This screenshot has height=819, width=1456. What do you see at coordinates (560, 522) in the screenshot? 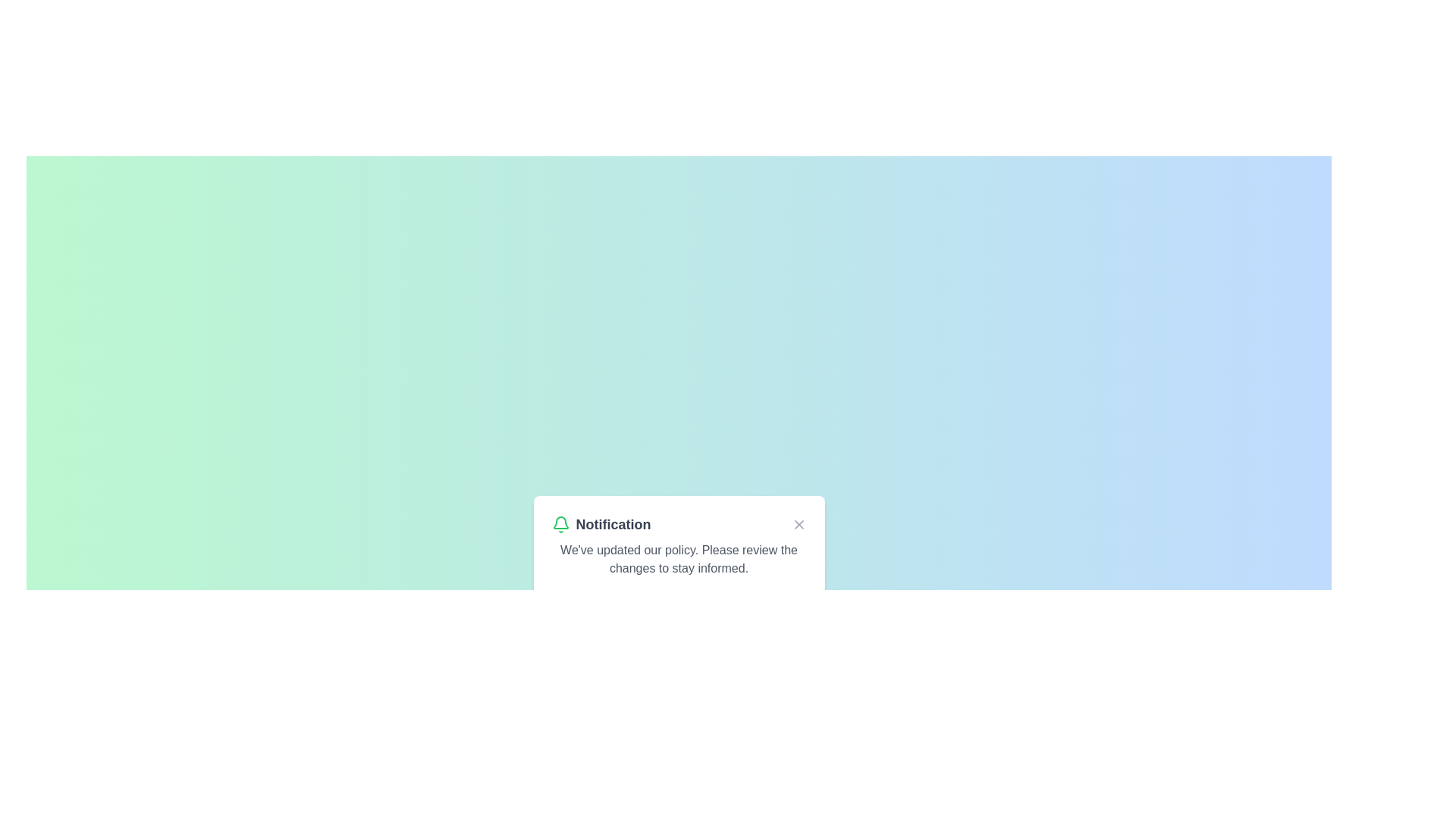
I see `the notification bell icon located in the lower central area of the floating notification card, specifically on the left side of the header` at bounding box center [560, 522].